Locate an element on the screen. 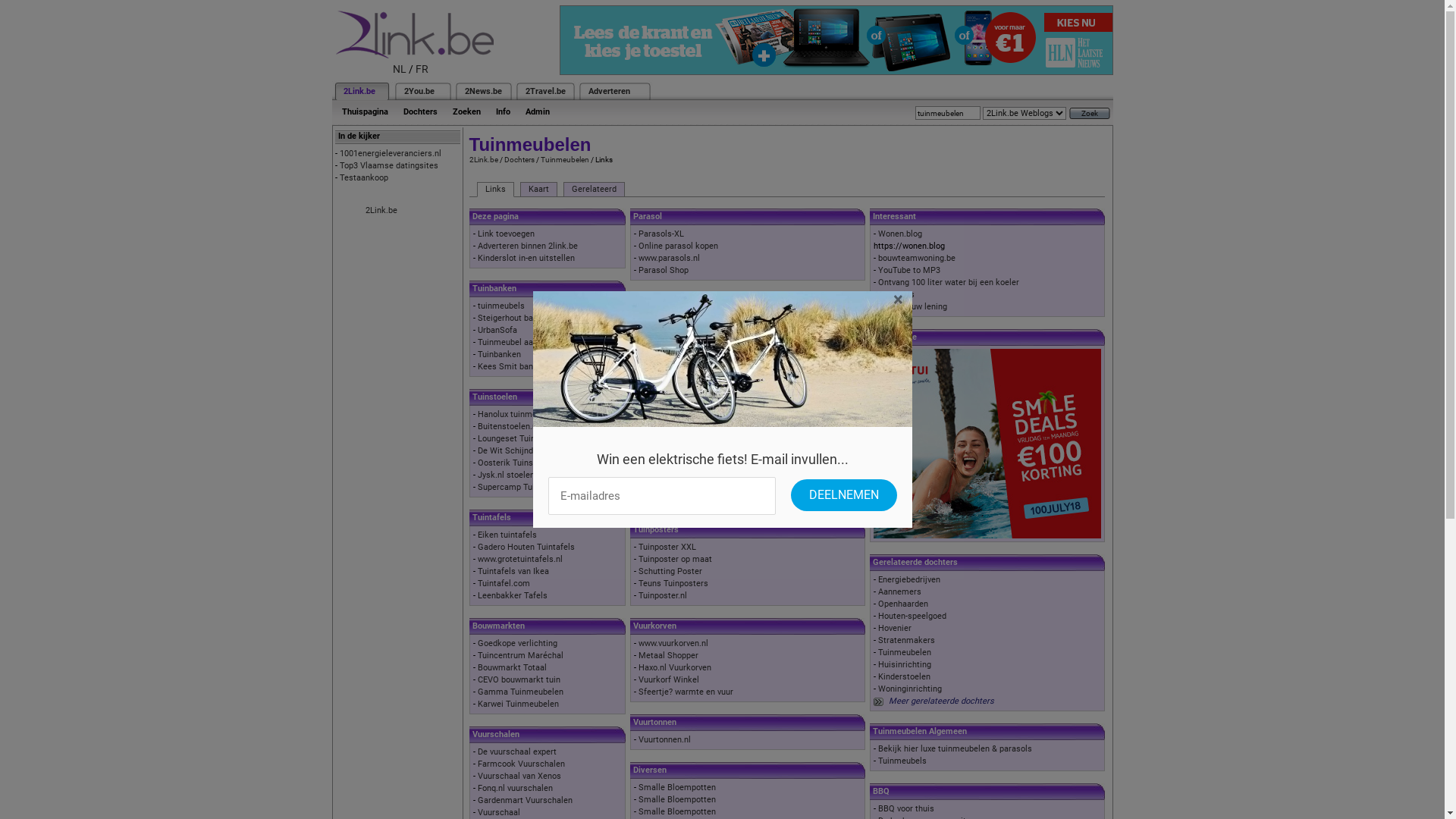  'Stratenmakers' is located at coordinates (877, 640).